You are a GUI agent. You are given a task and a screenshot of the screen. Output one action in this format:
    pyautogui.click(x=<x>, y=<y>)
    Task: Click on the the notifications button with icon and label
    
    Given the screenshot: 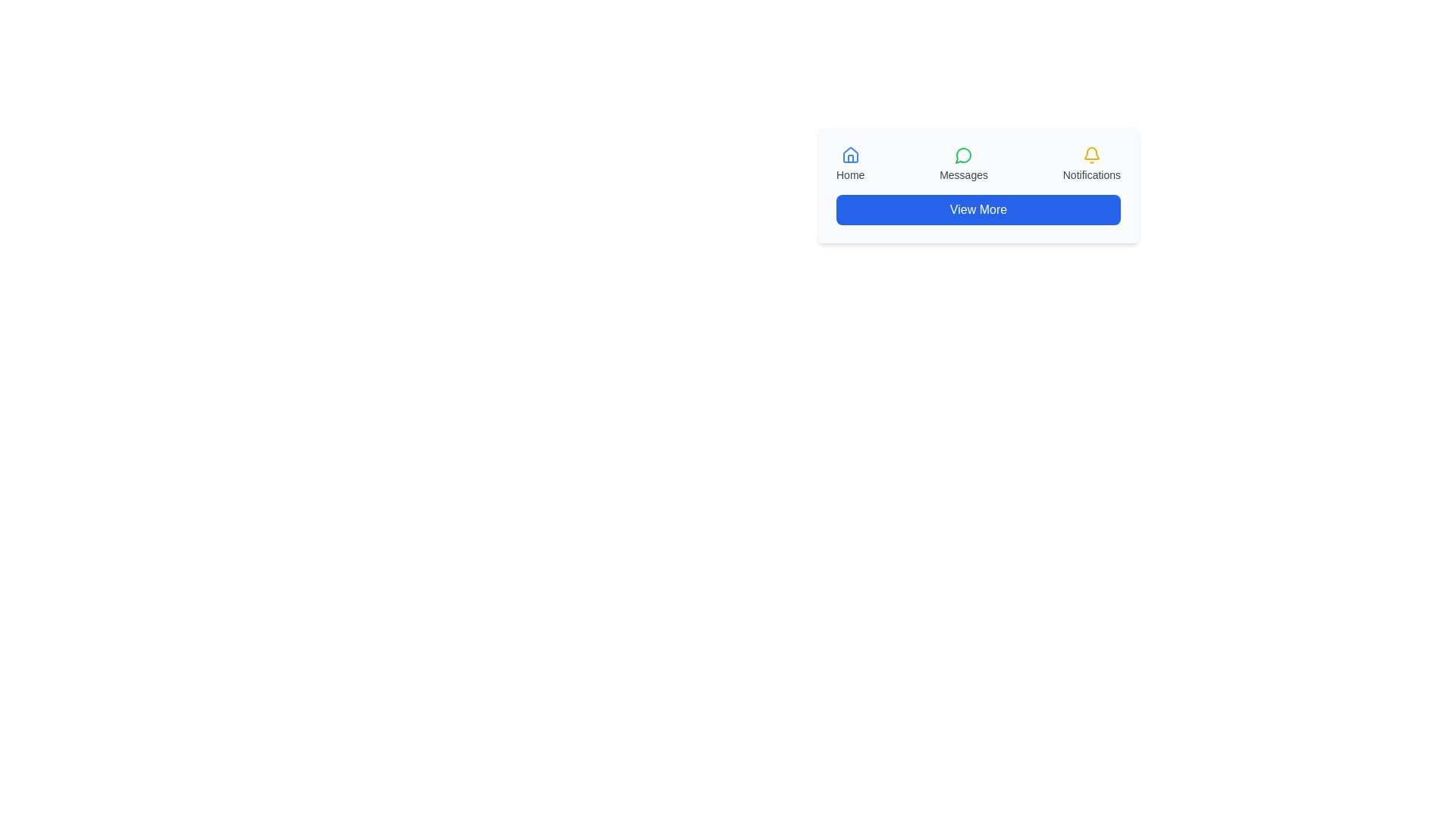 What is the action you would take?
    pyautogui.click(x=1090, y=164)
    